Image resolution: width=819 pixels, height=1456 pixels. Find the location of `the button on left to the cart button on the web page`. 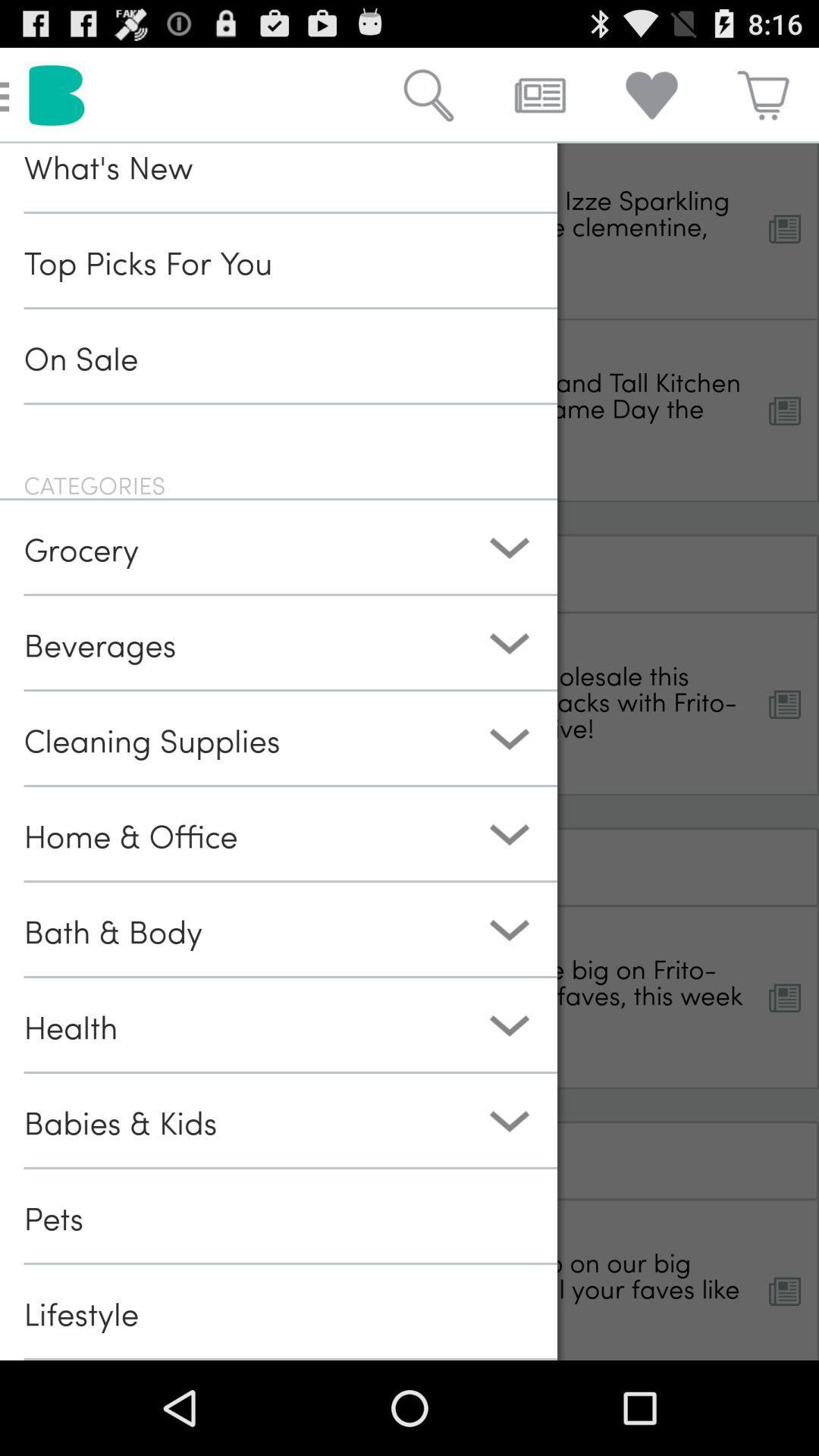

the button on left to the cart button on the web page is located at coordinates (651, 94).